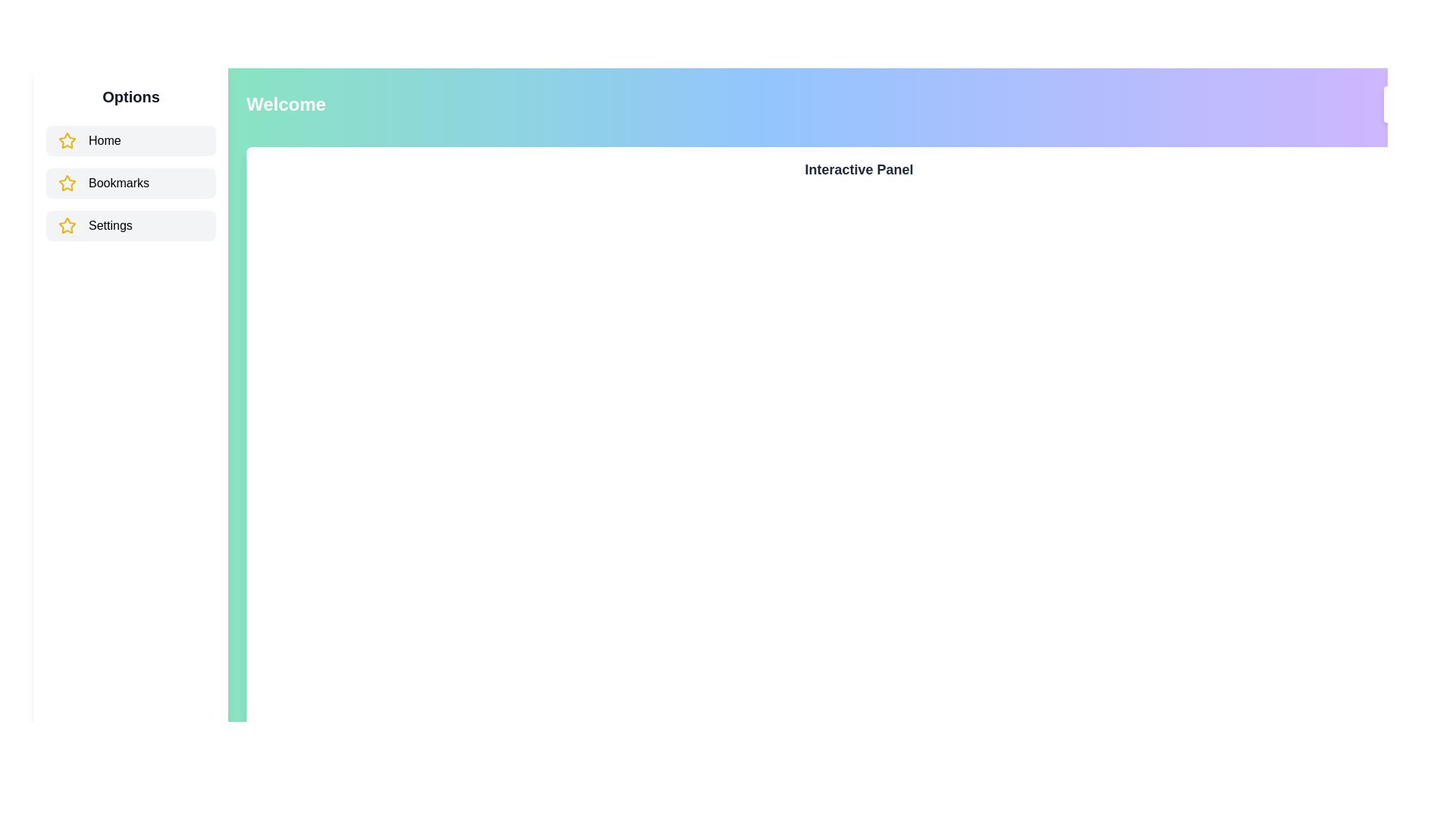 The height and width of the screenshot is (819, 1456). Describe the element at coordinates (130, 225) in the screenshot. I see `the 'Settings' button, which has a light gray background and a yellow star icon on the left` at that location.